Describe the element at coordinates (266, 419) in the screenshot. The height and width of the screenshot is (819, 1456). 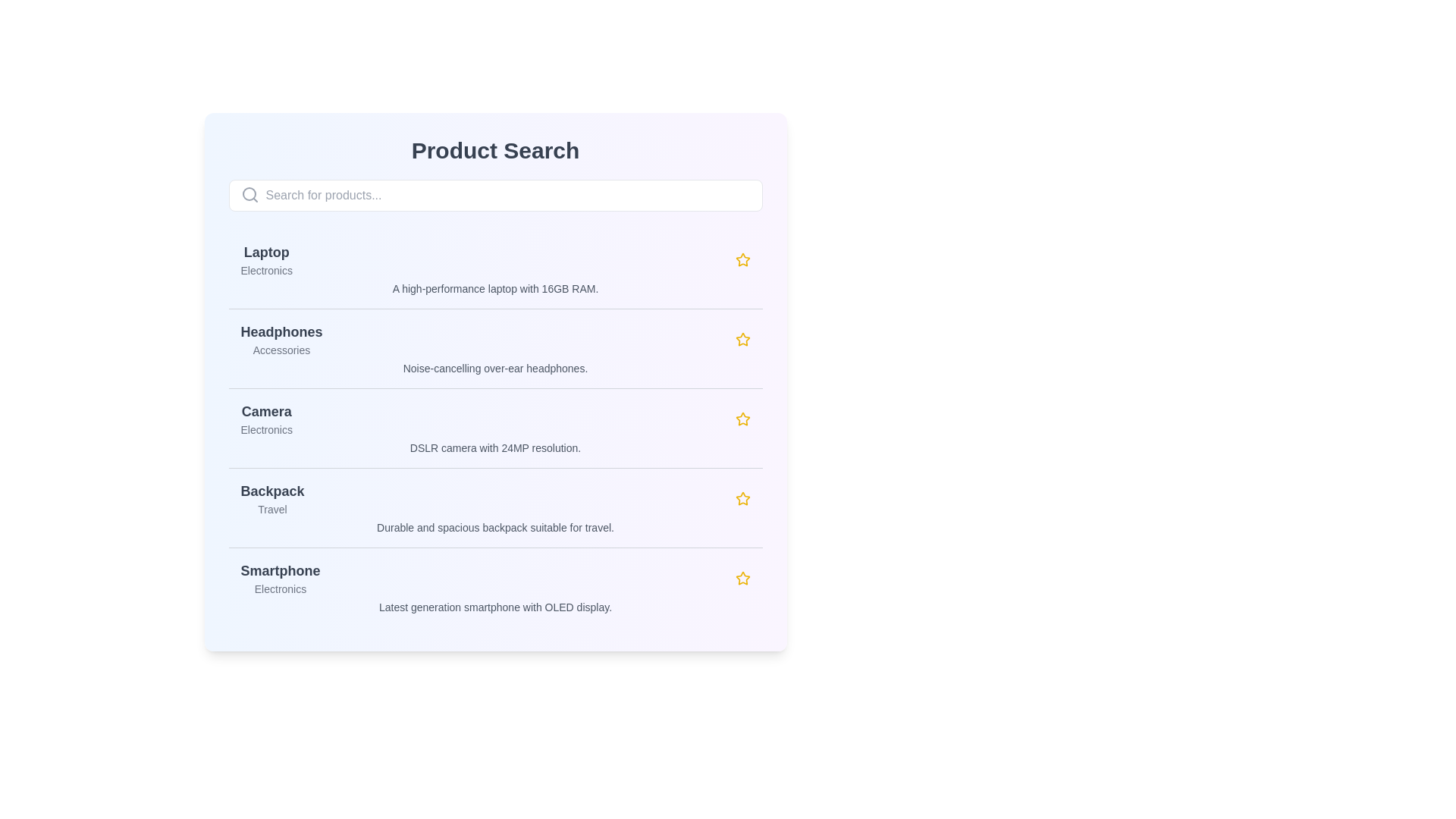
I see `the label titled 'Camera' which categorizes it under 'Electronics' in the list of items, specifically the third entry from the top, positioned between 'Headphones' and 'Backpack'` at that location.